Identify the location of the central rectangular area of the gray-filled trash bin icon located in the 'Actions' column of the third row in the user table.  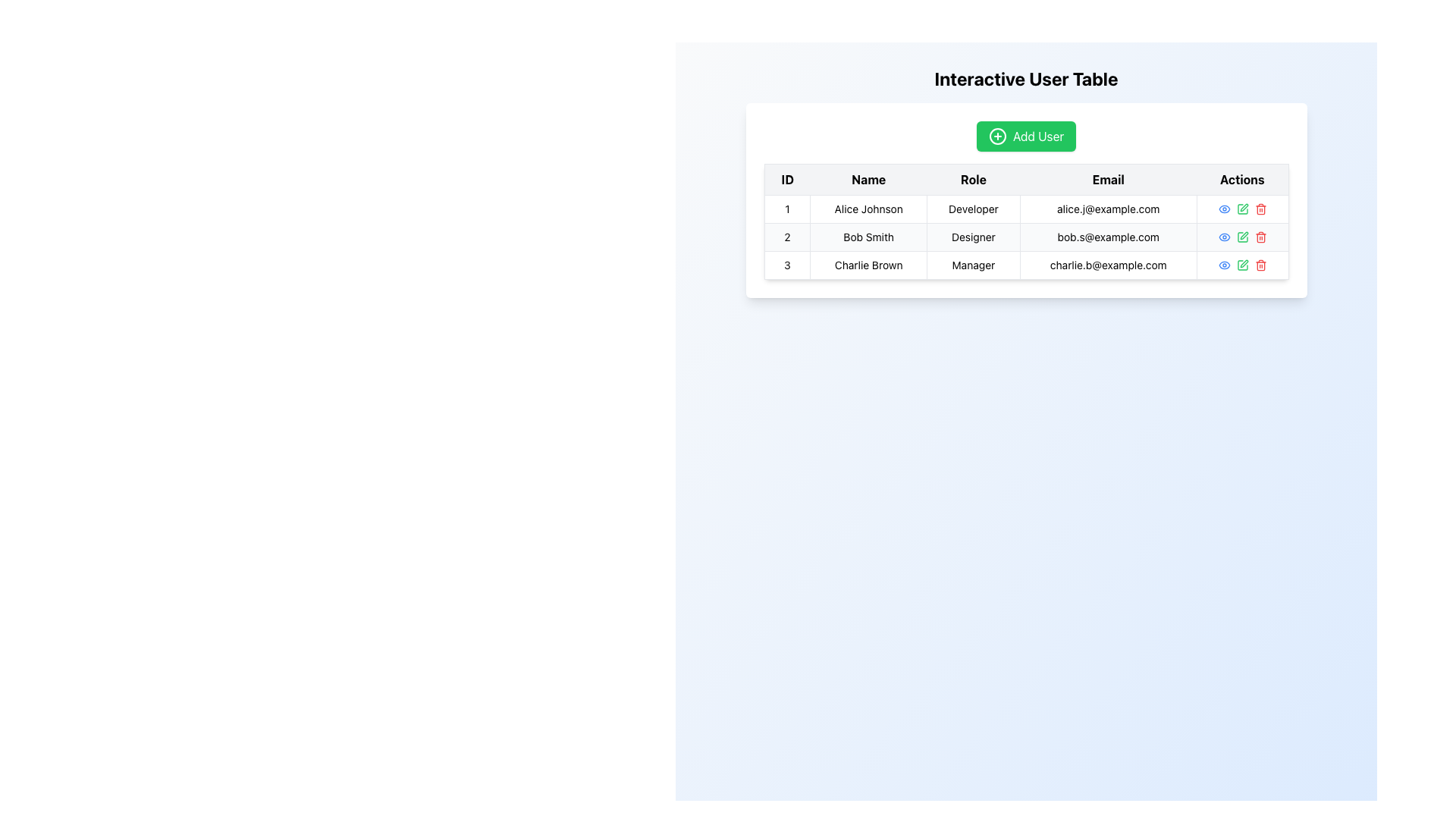
(1260, 265).